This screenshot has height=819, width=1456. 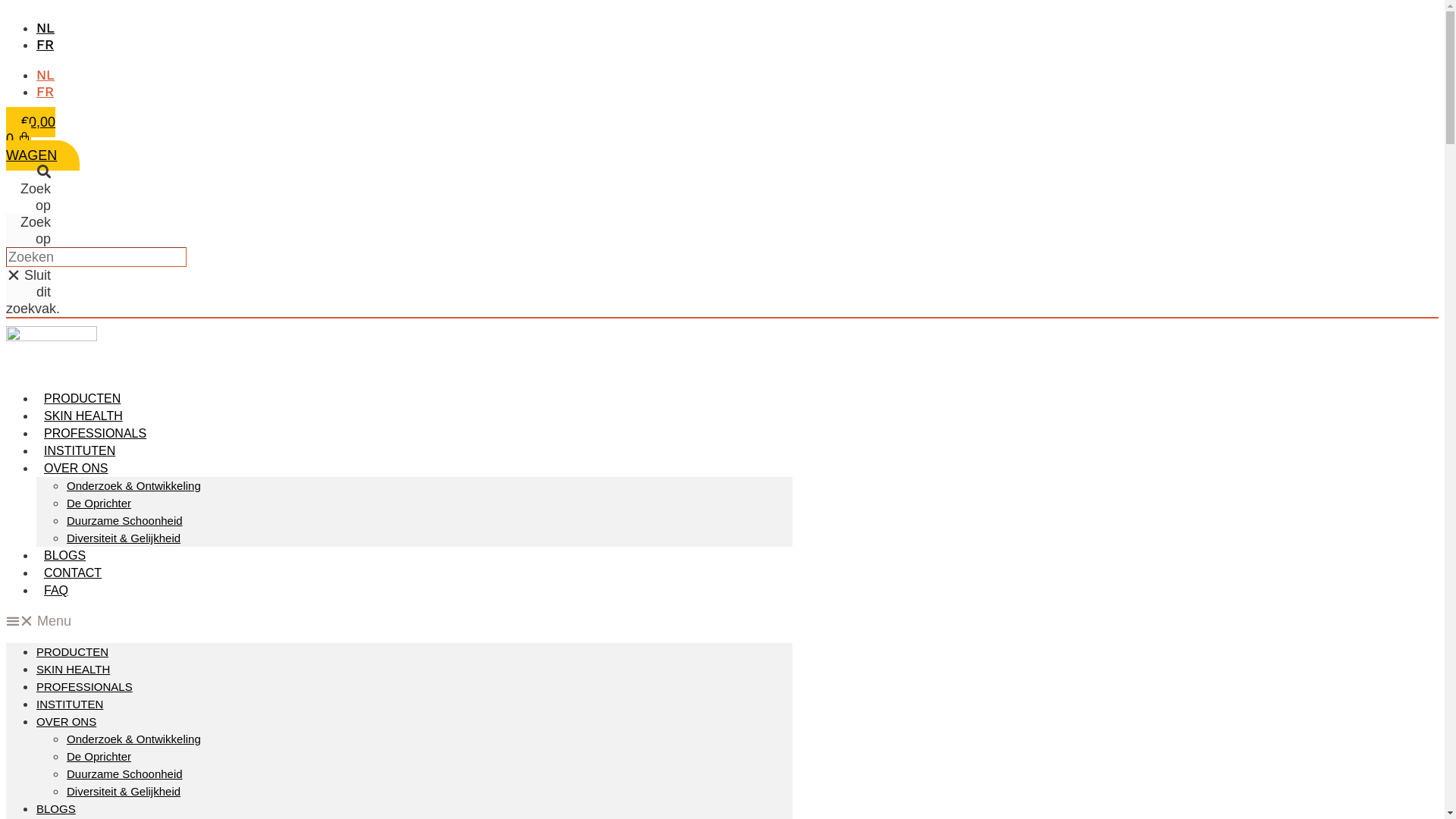 What do you see at coordinates (94, 433) in the screenshot?
I see `'PROFESSIONALS'` at bounding box center [94, 433].